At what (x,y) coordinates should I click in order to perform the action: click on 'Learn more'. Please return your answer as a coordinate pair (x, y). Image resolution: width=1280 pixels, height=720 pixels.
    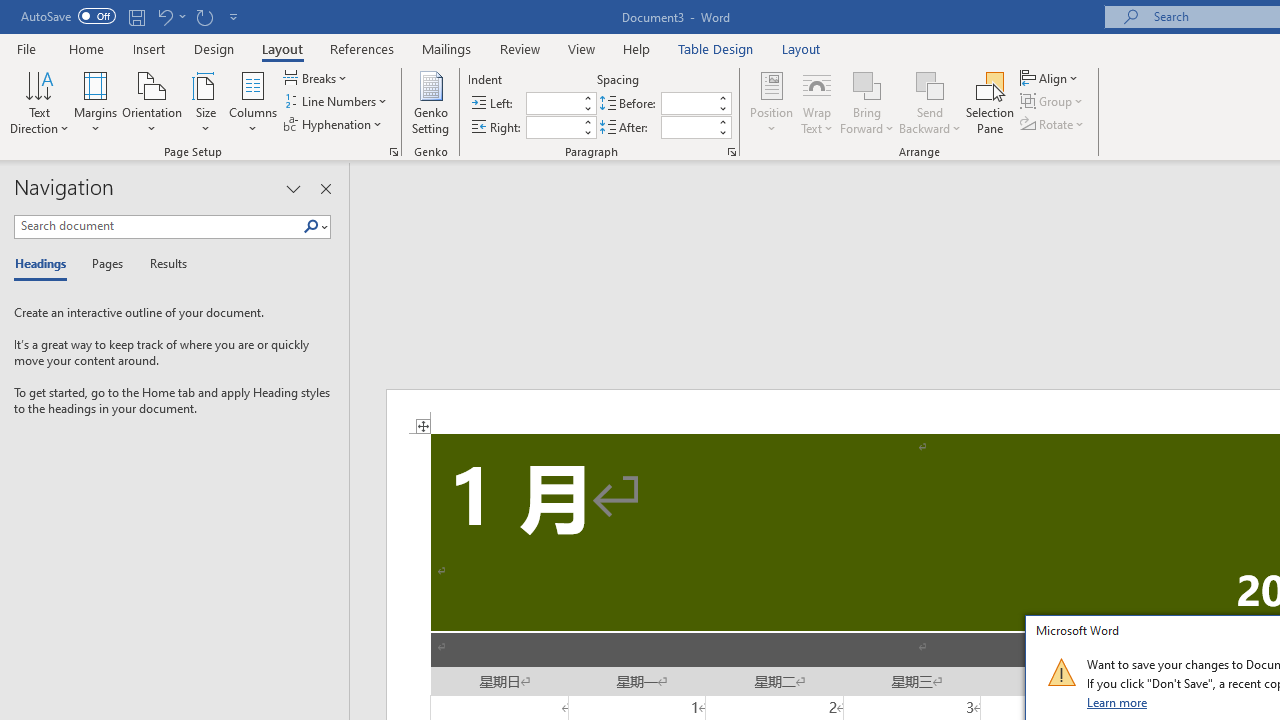
    Looking at the image, I should click on (1117, 701).